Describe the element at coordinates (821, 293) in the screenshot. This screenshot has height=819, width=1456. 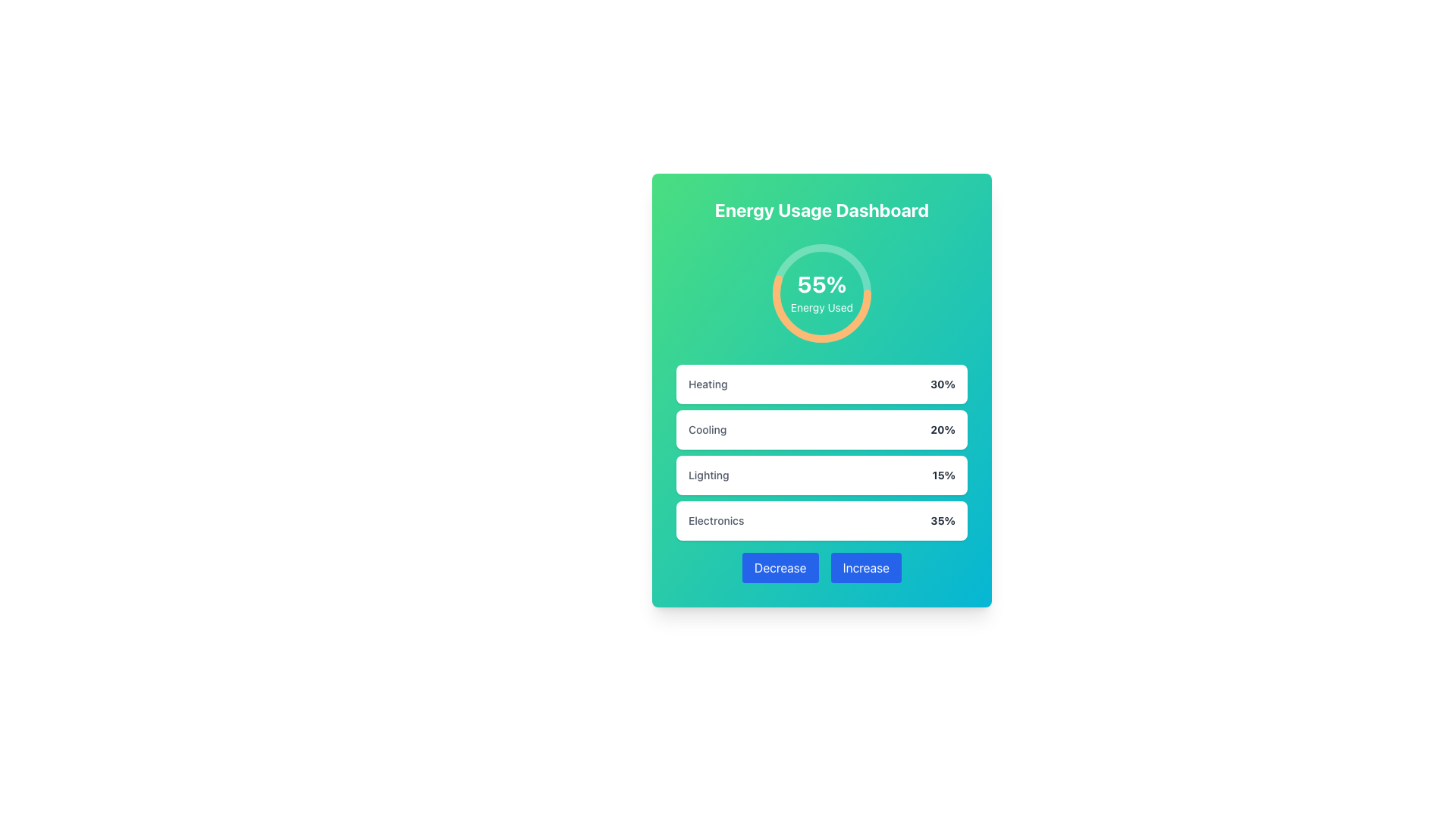
I see `the Circular Progress Bar that indicates energy usage, positioned below the 'Energy Usage Dashboard' title and above the categories 'Heating' and 'Cooling'` at that location.